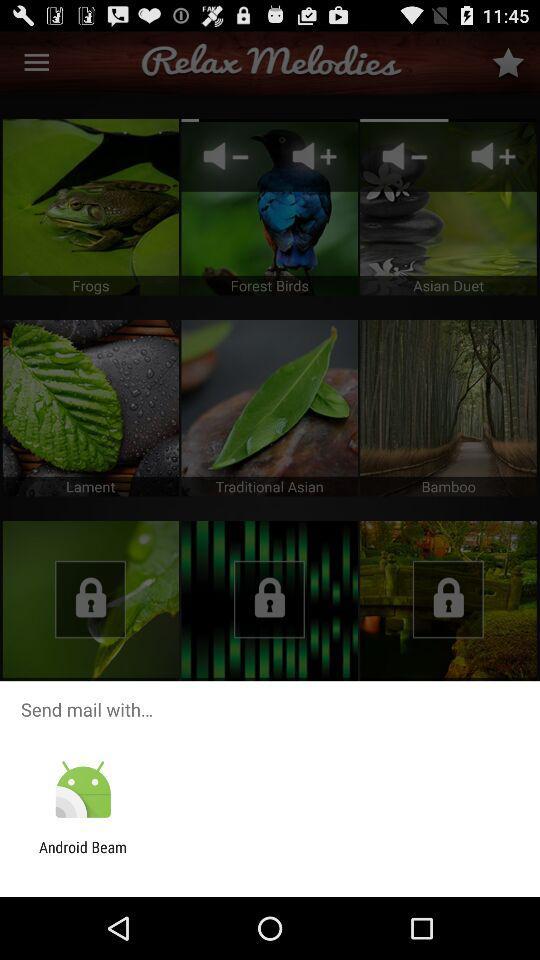 This screenshot has height=960, width=540. I want to click on item above the android beam item, so click(82, 790).